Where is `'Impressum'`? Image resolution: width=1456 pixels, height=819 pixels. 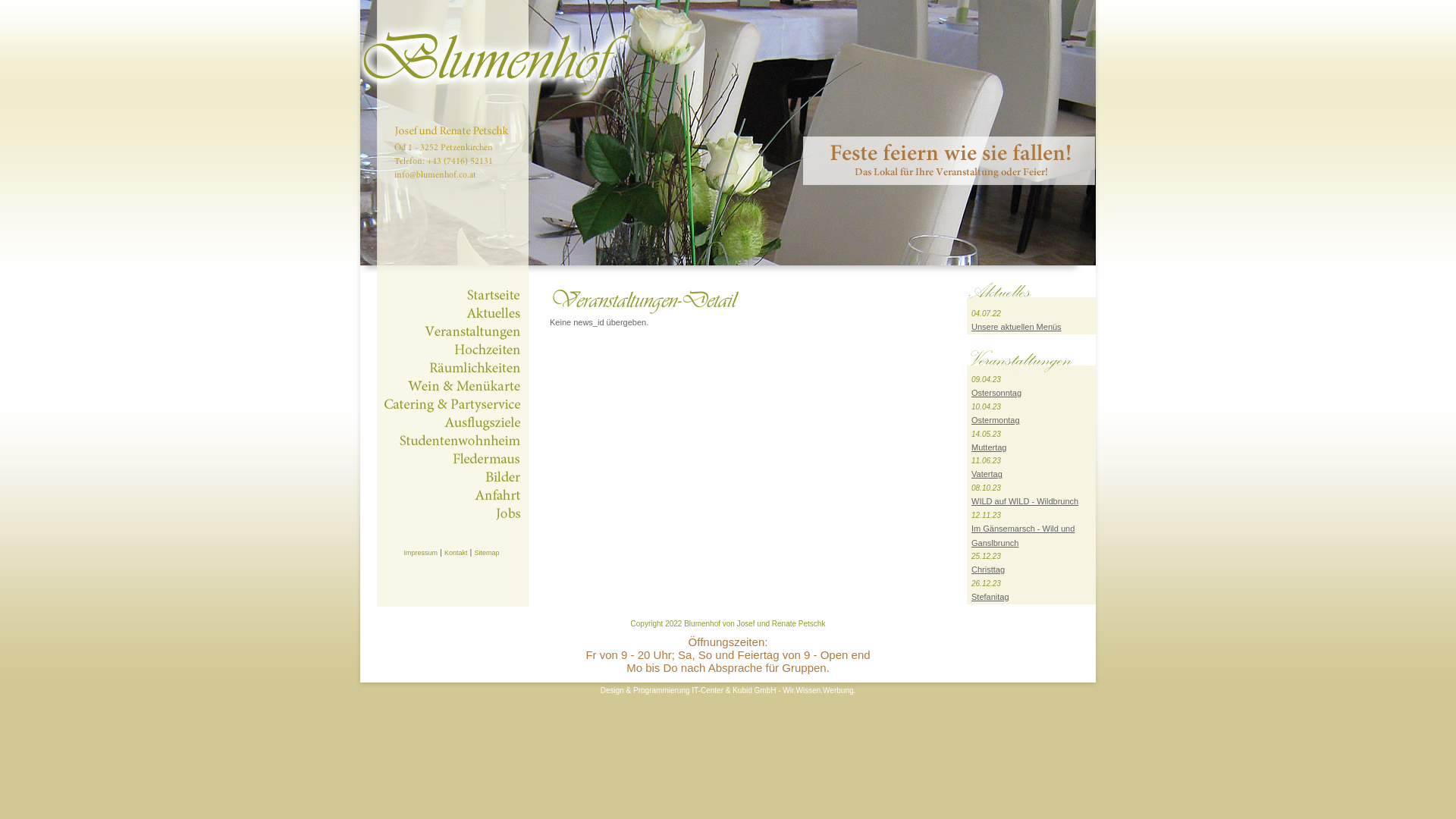
'Impressum' is located at coordinates (403, 553).